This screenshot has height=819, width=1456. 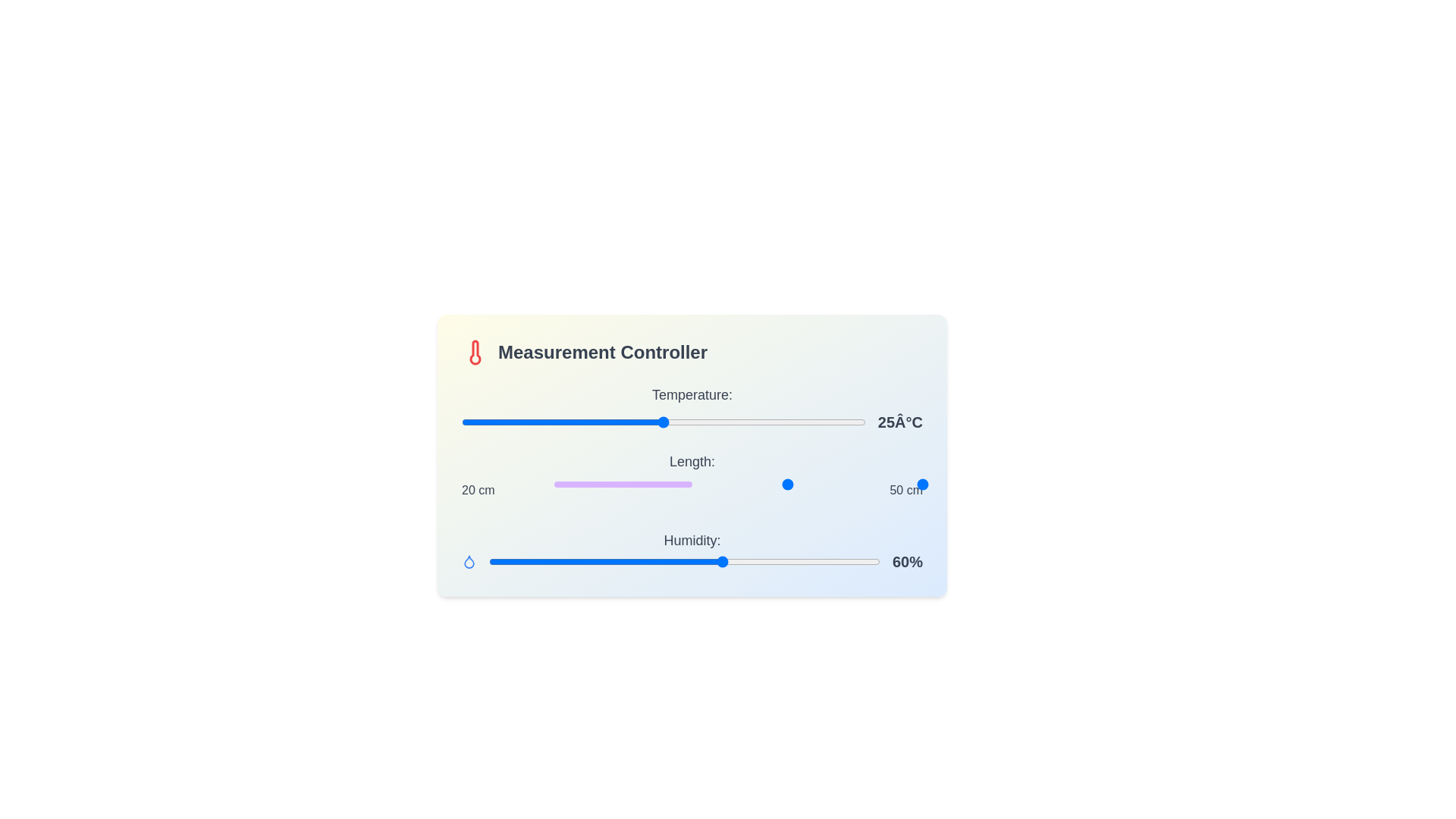 What do you see at coordinates (808, 422) in the screenshot?
I see `the slider` at bounding box center [808, 422].